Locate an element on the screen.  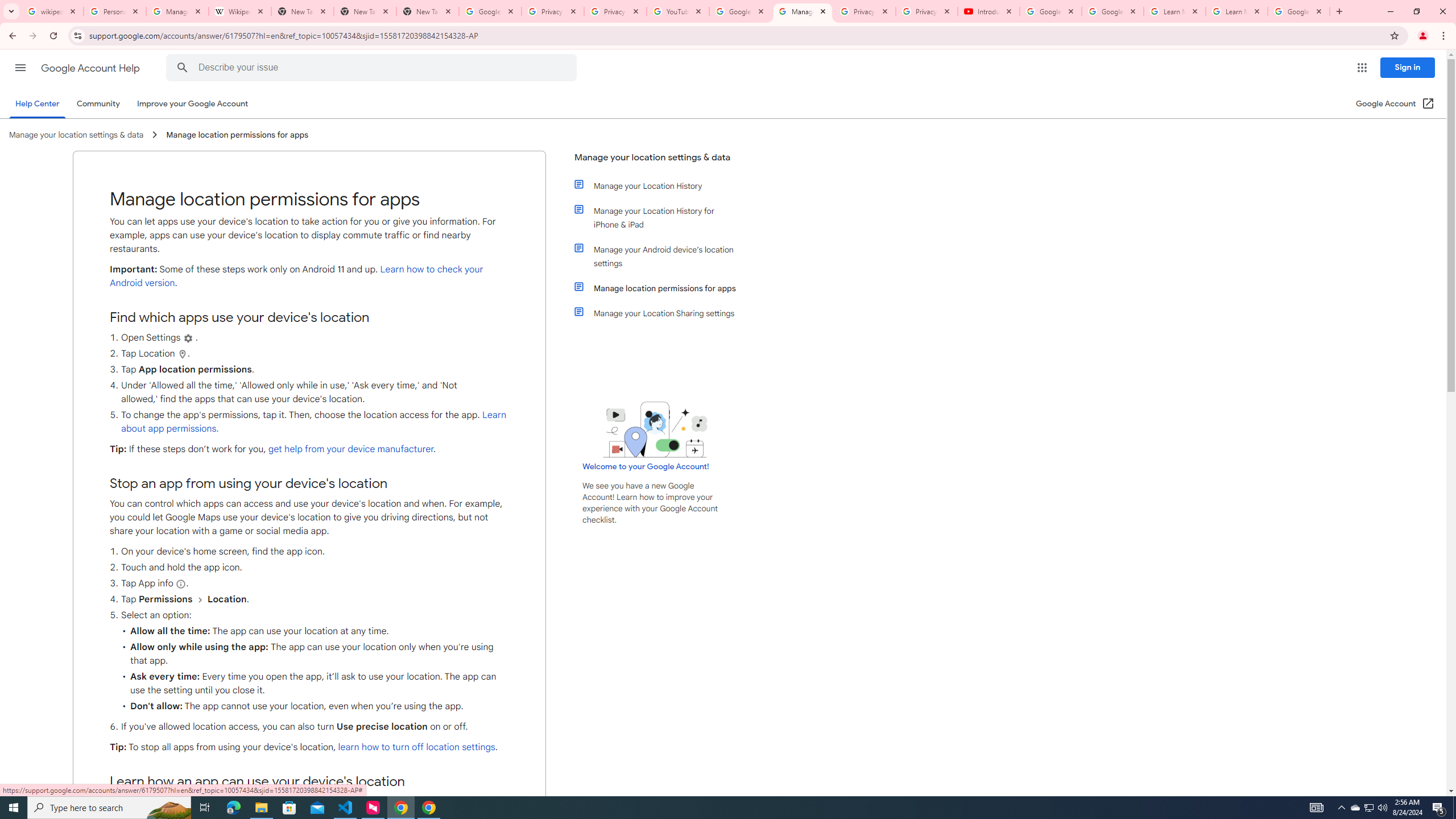
'Learn about app permissions.' is located at coordinates (313, 422).